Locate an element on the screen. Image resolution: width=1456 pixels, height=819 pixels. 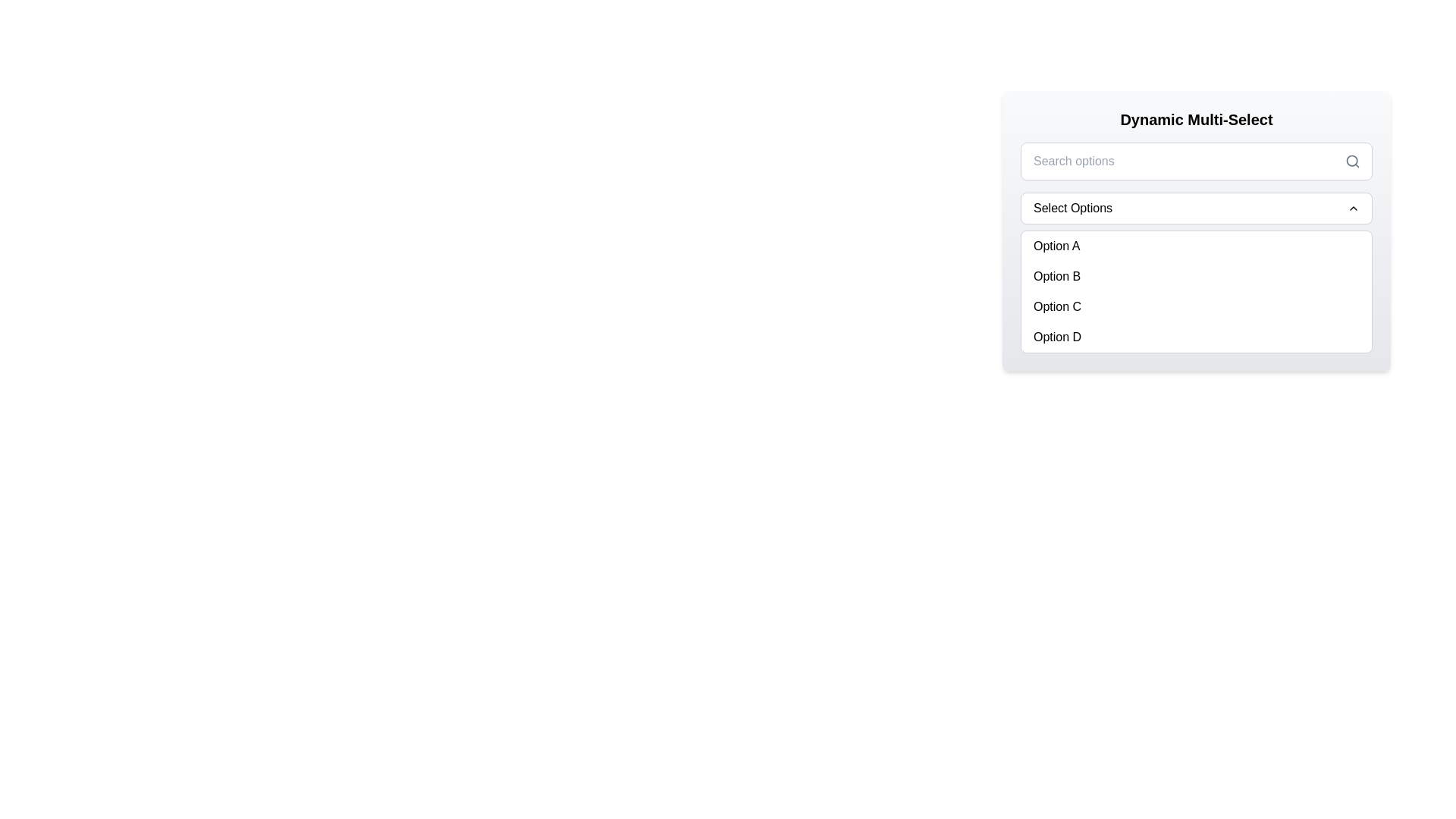
the Search Input Box located below the title 'Dynamic Multi-Select' and above the dropdown labeled 'Select Options' to focus on it is located at coordinates (1196, 161).